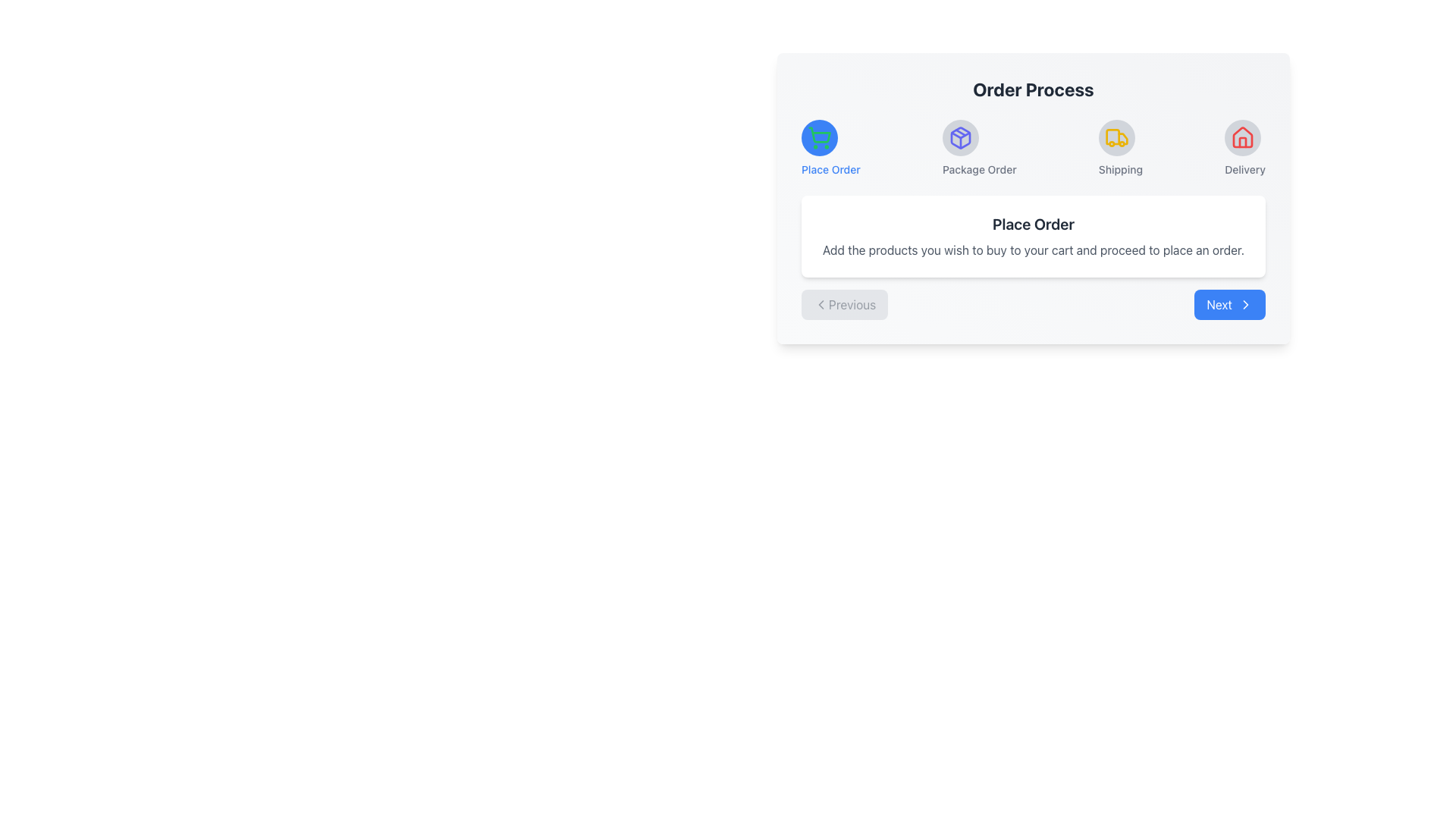 Image resolution: width=1456 pixels, height=819 pixels. I want to click on the 'Package Order' label with the blue package icon, so click(979, 149).